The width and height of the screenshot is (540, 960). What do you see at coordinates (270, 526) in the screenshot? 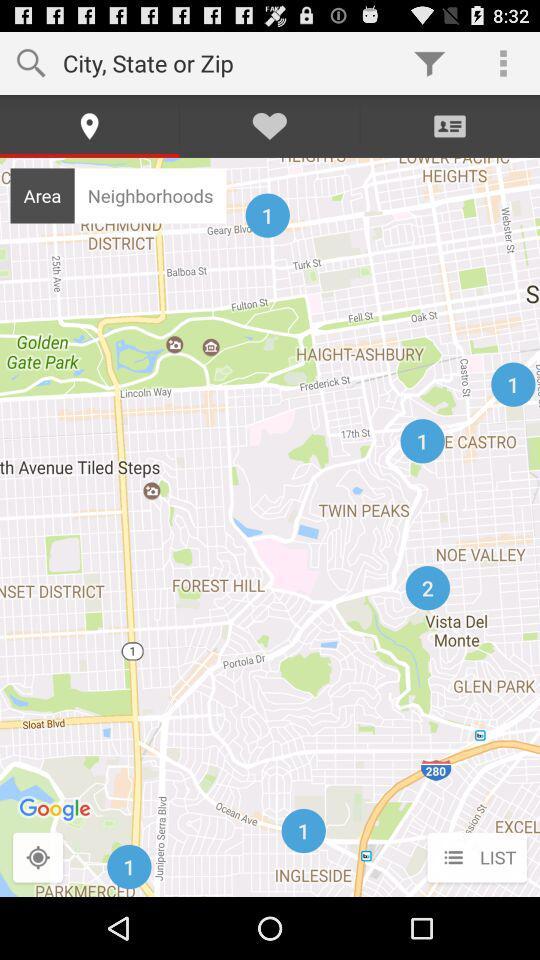
I see `icon at the center` at bounding box center [270, 526].